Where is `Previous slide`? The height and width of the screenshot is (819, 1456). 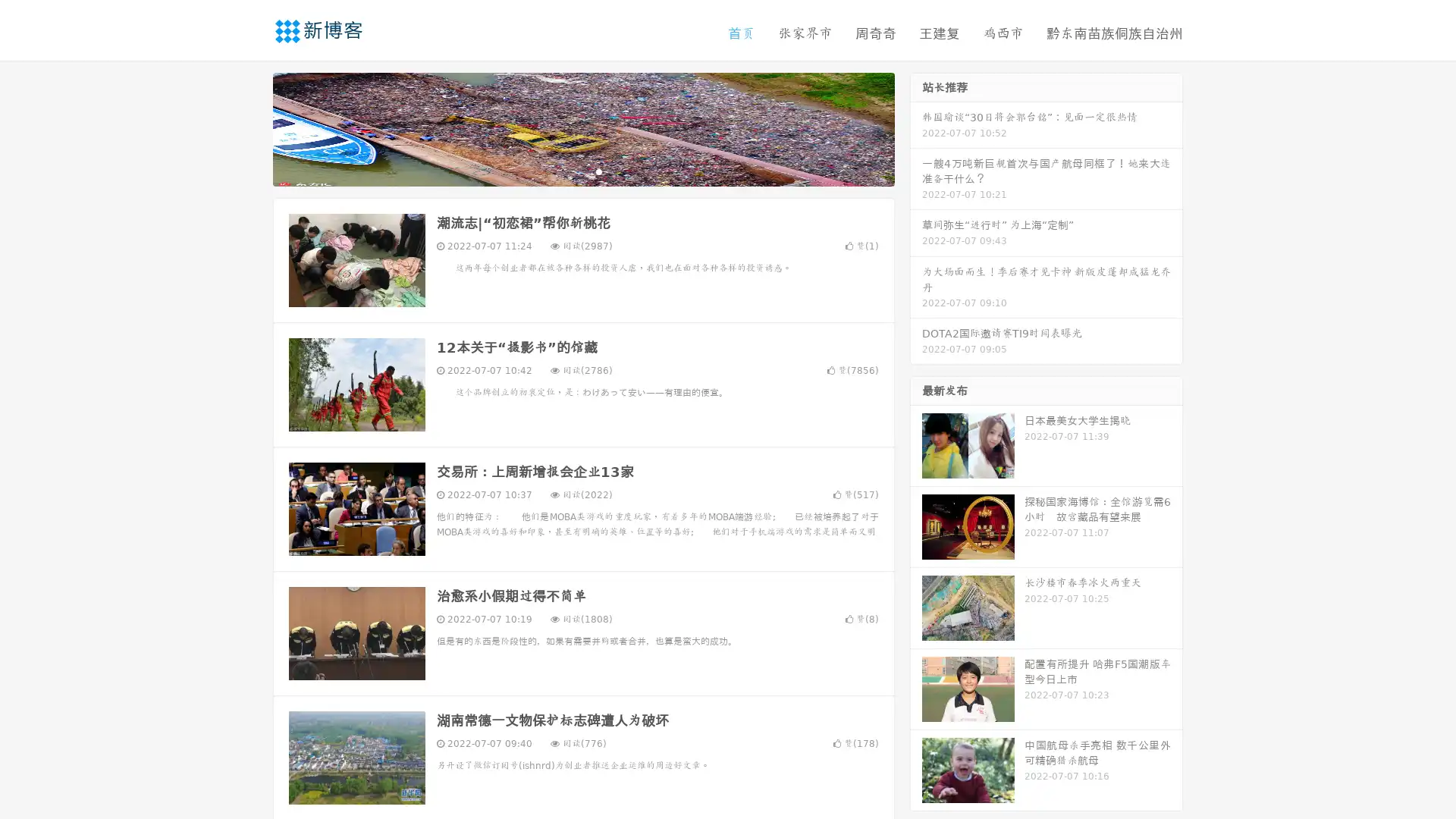
Previous slide is located at coordinates (250, 127).